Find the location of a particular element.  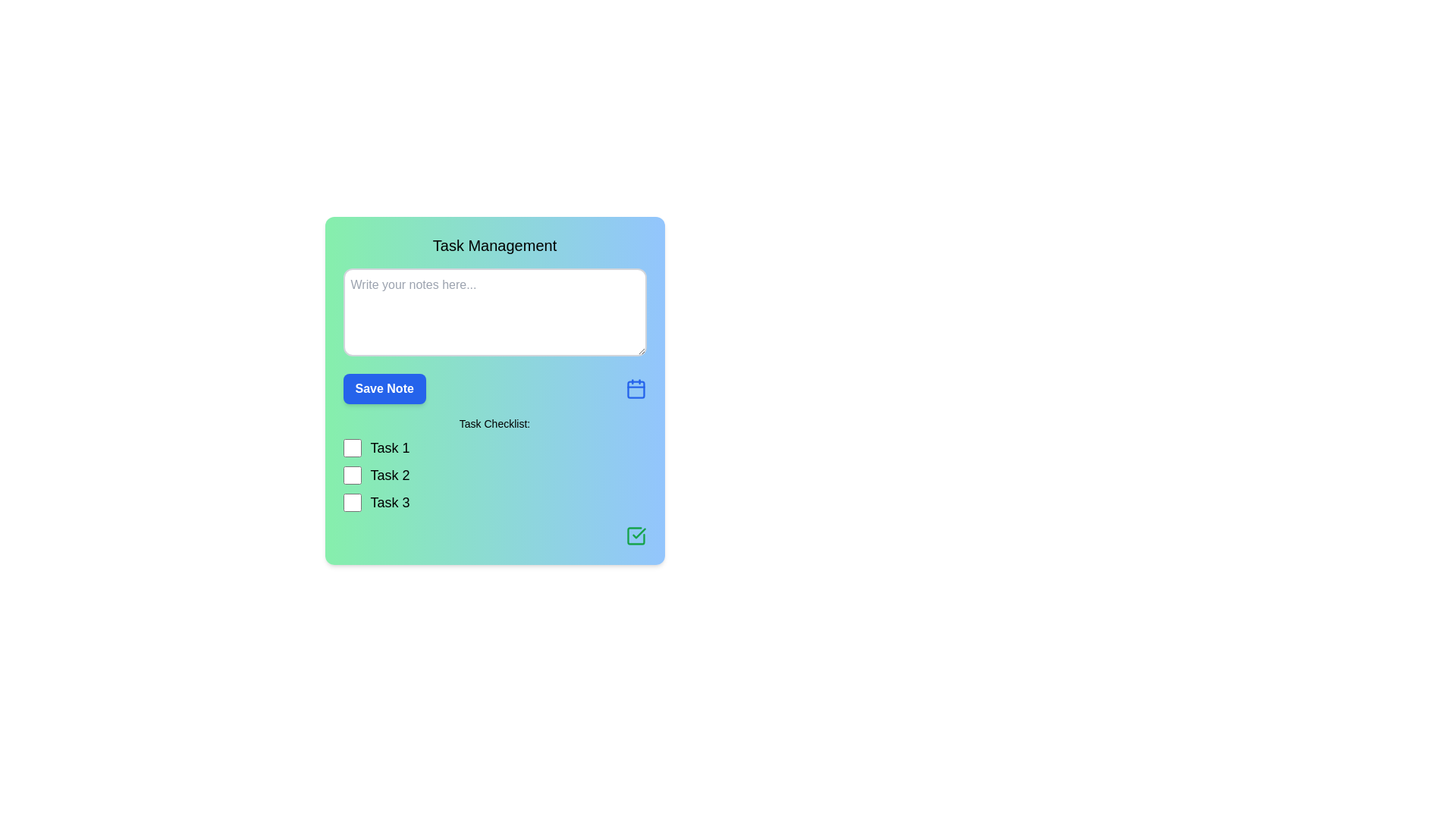

the square checkbox with rounded corners, which is styled with a white fill and thin dark border, located to the left of the 'Task 2' text is located at coordinates (351, 475).